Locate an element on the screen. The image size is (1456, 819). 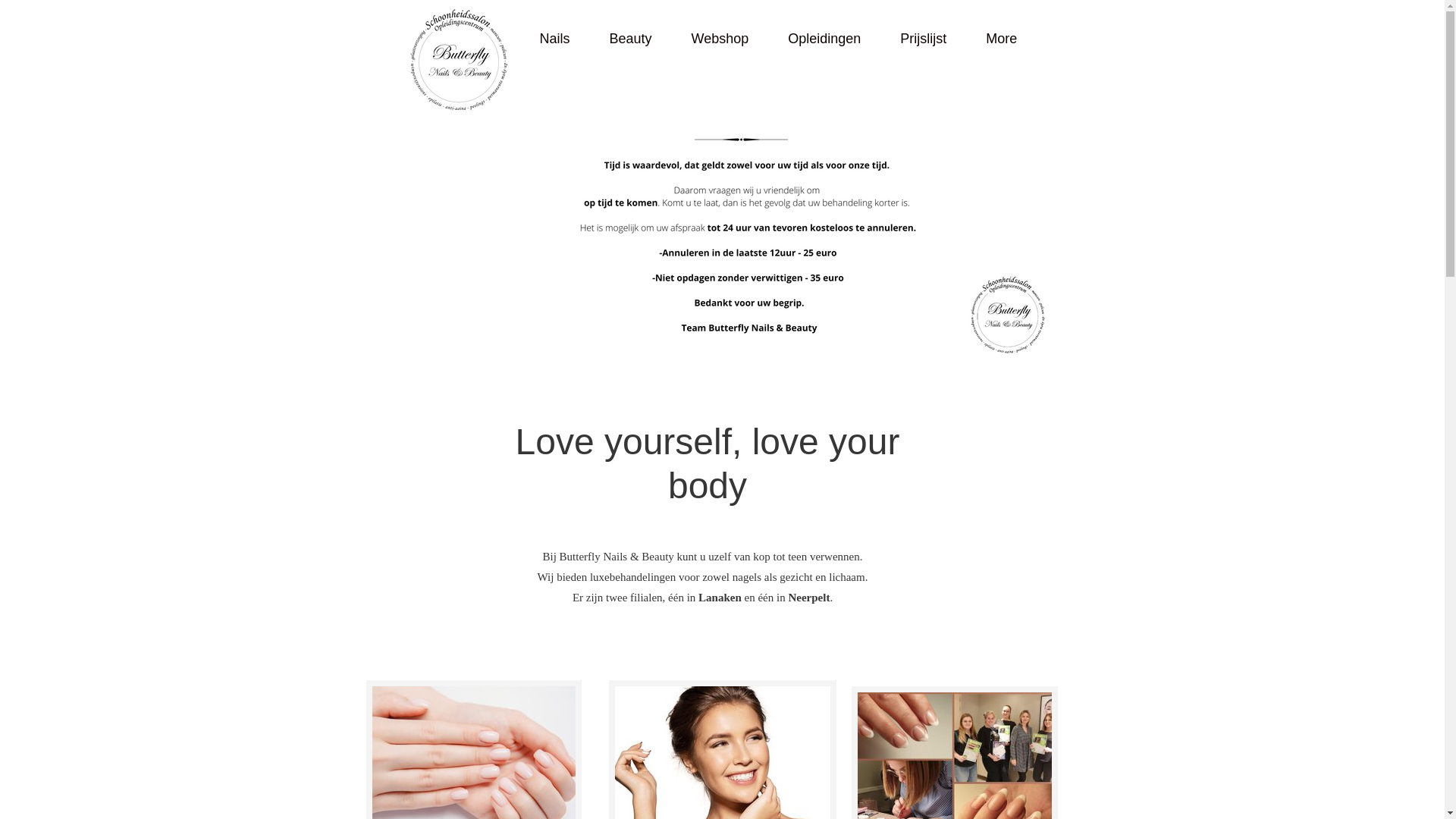
'Webshop' is located at coordinates (671, 37).